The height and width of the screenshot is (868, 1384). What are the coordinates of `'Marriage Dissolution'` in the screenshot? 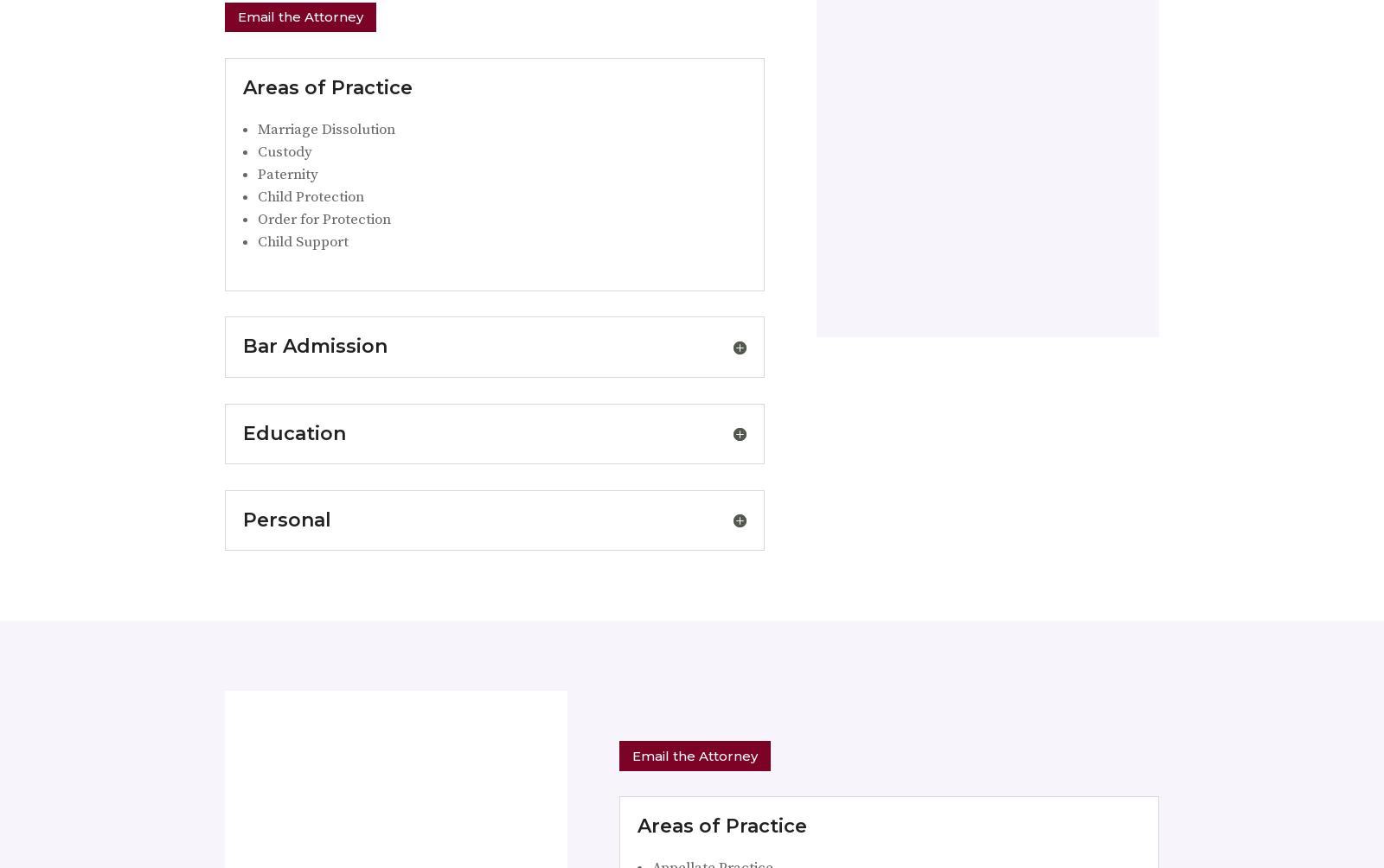 It's located at (326, 127).